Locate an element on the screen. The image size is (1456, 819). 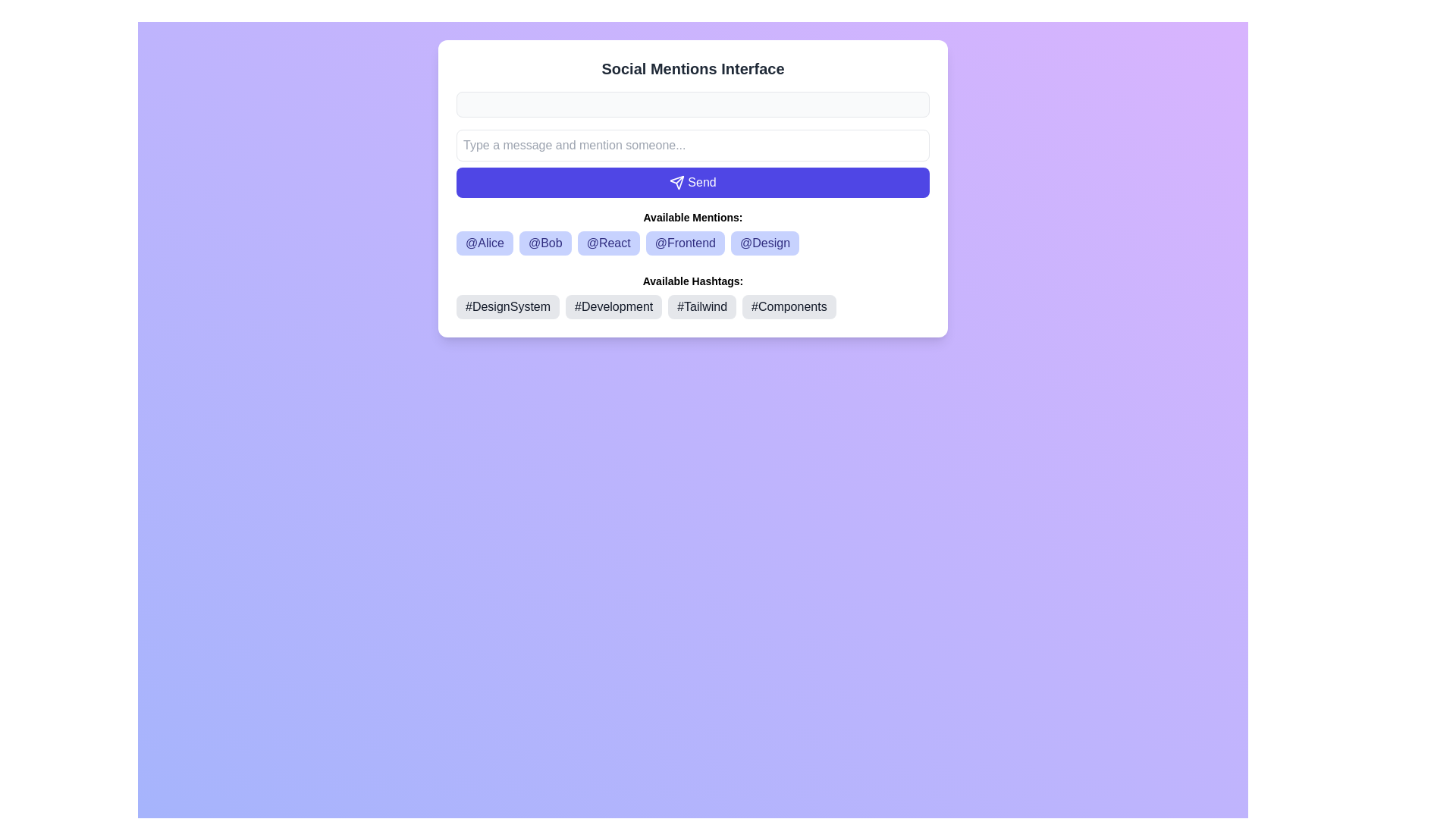
the interactive section containing grouped tags under the headings 'Available Mentions' and 'Available Hashtags' is located at coordinates (692, 263).